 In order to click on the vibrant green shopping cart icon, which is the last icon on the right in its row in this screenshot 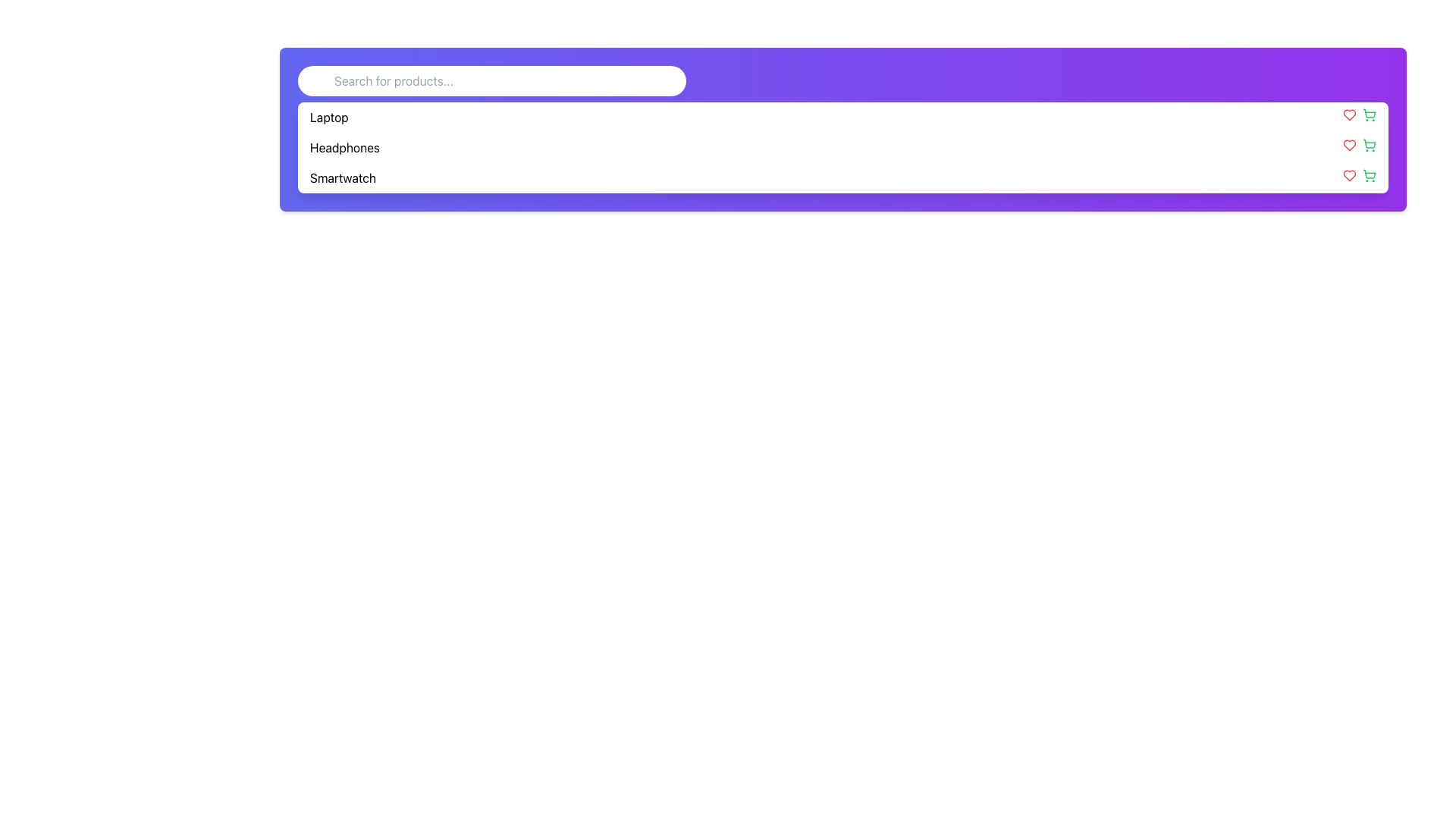, I will do `click(1369, 174)`.